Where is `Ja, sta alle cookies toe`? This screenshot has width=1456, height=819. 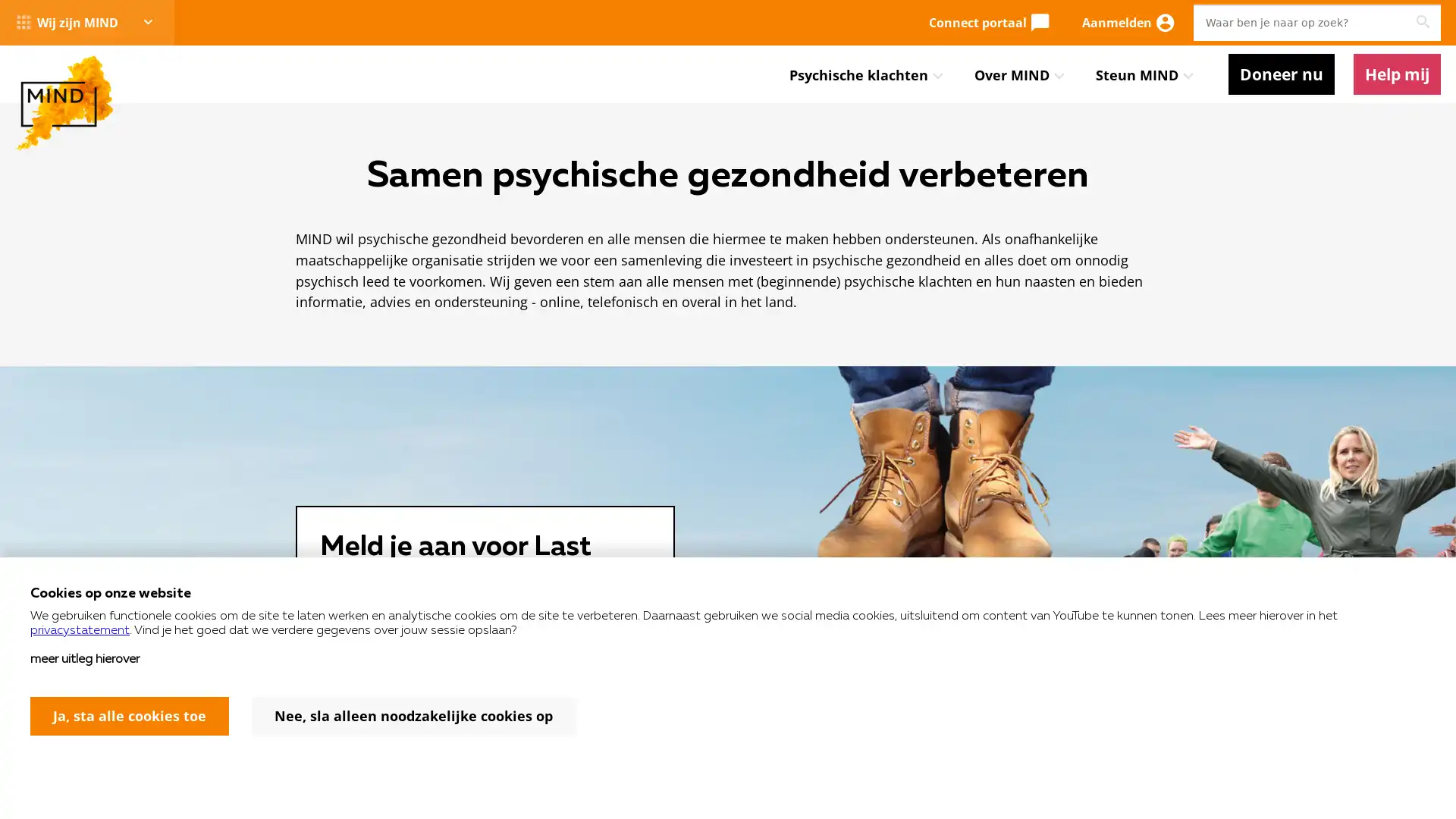 Ja, sta alle cookies toe is located at coordinates (130, 716).